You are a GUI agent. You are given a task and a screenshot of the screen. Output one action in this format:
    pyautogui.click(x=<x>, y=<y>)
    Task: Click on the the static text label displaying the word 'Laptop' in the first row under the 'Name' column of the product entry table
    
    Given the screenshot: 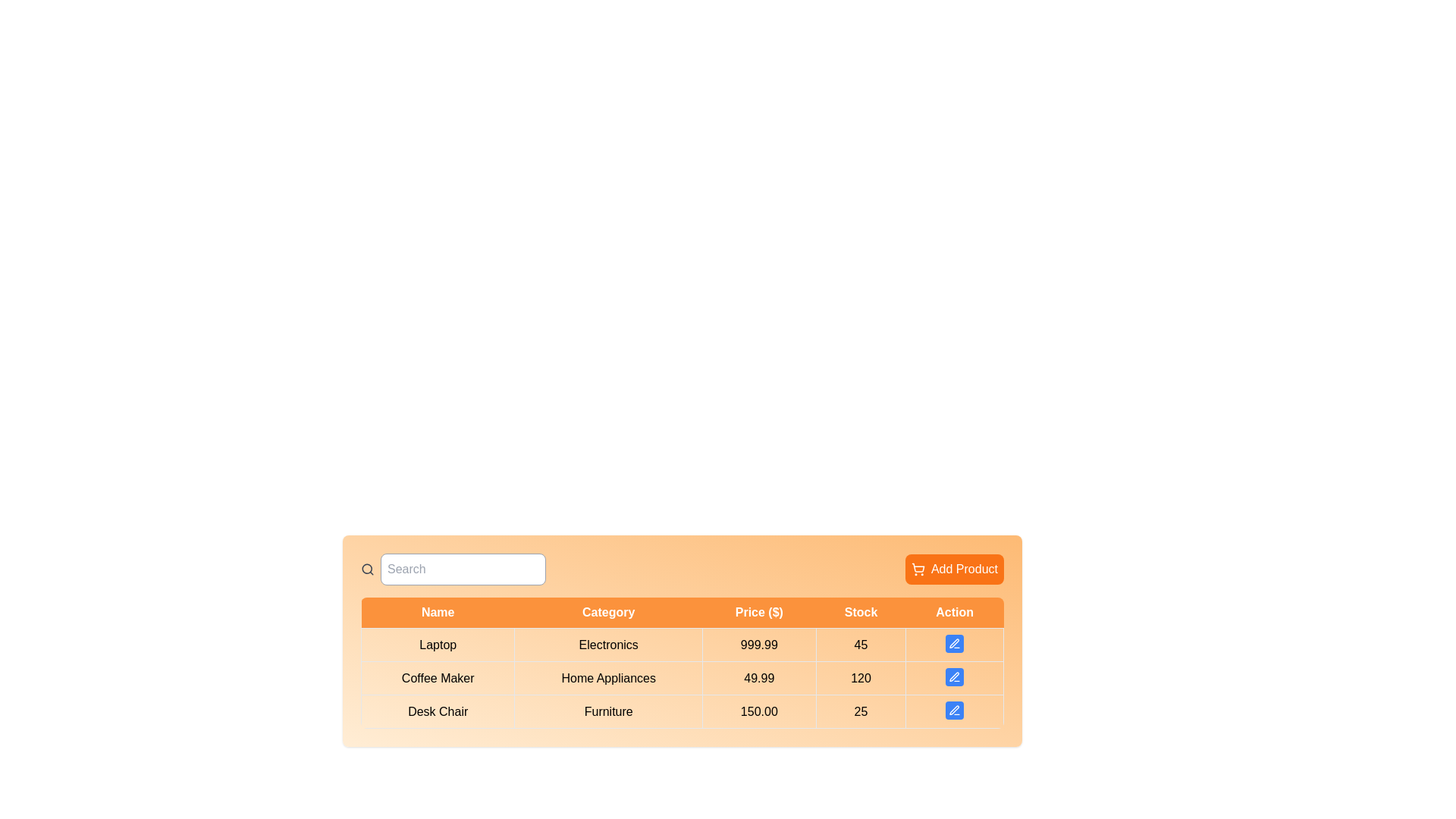 What is the action you would take?
    pyautogui.click(x=437, y=645)
    